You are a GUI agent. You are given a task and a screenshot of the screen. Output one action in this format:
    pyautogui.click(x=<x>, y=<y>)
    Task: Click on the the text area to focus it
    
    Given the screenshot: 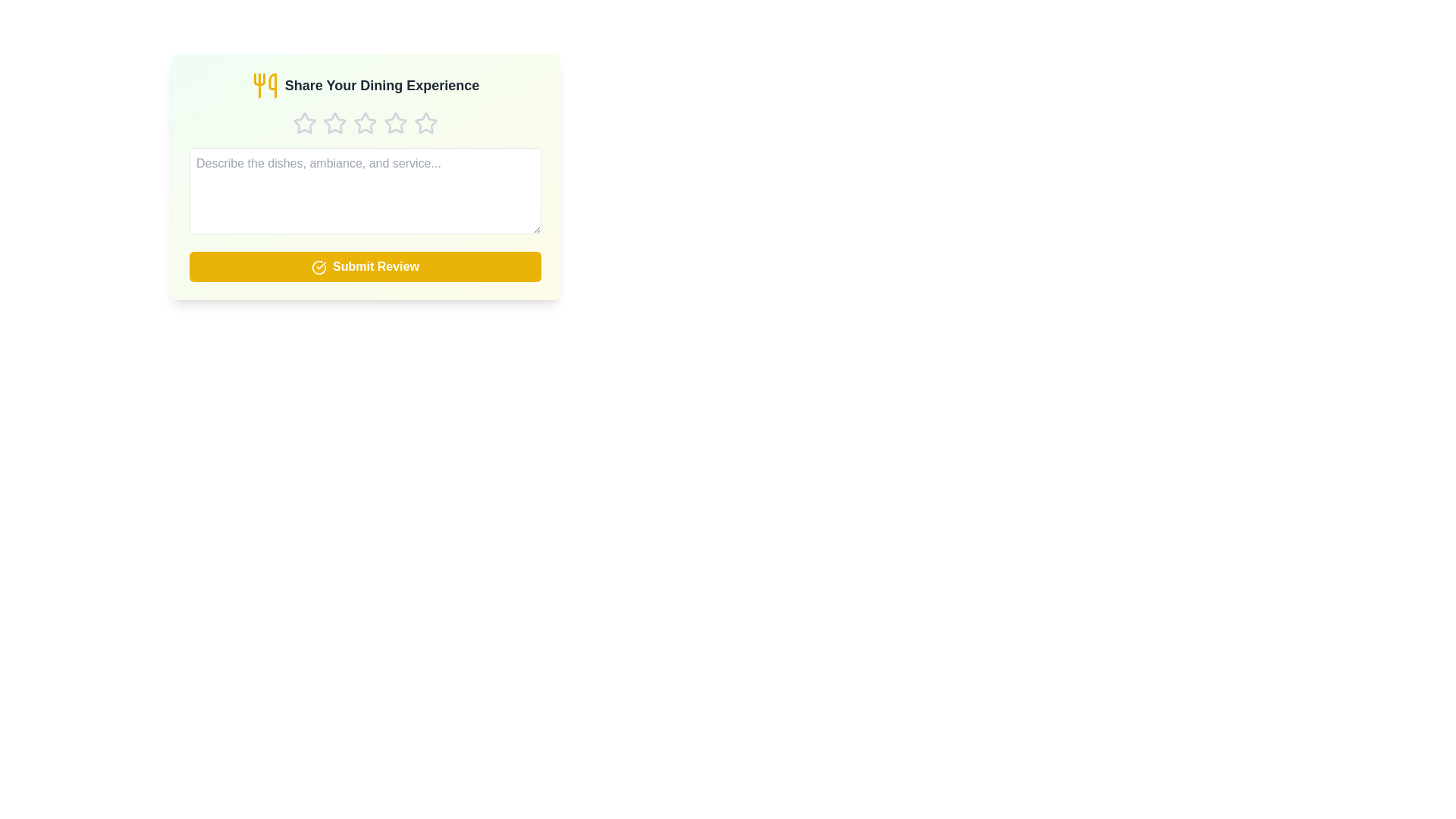 What is the action you would take?
    pyautogui.click(x=365, y=190)
    